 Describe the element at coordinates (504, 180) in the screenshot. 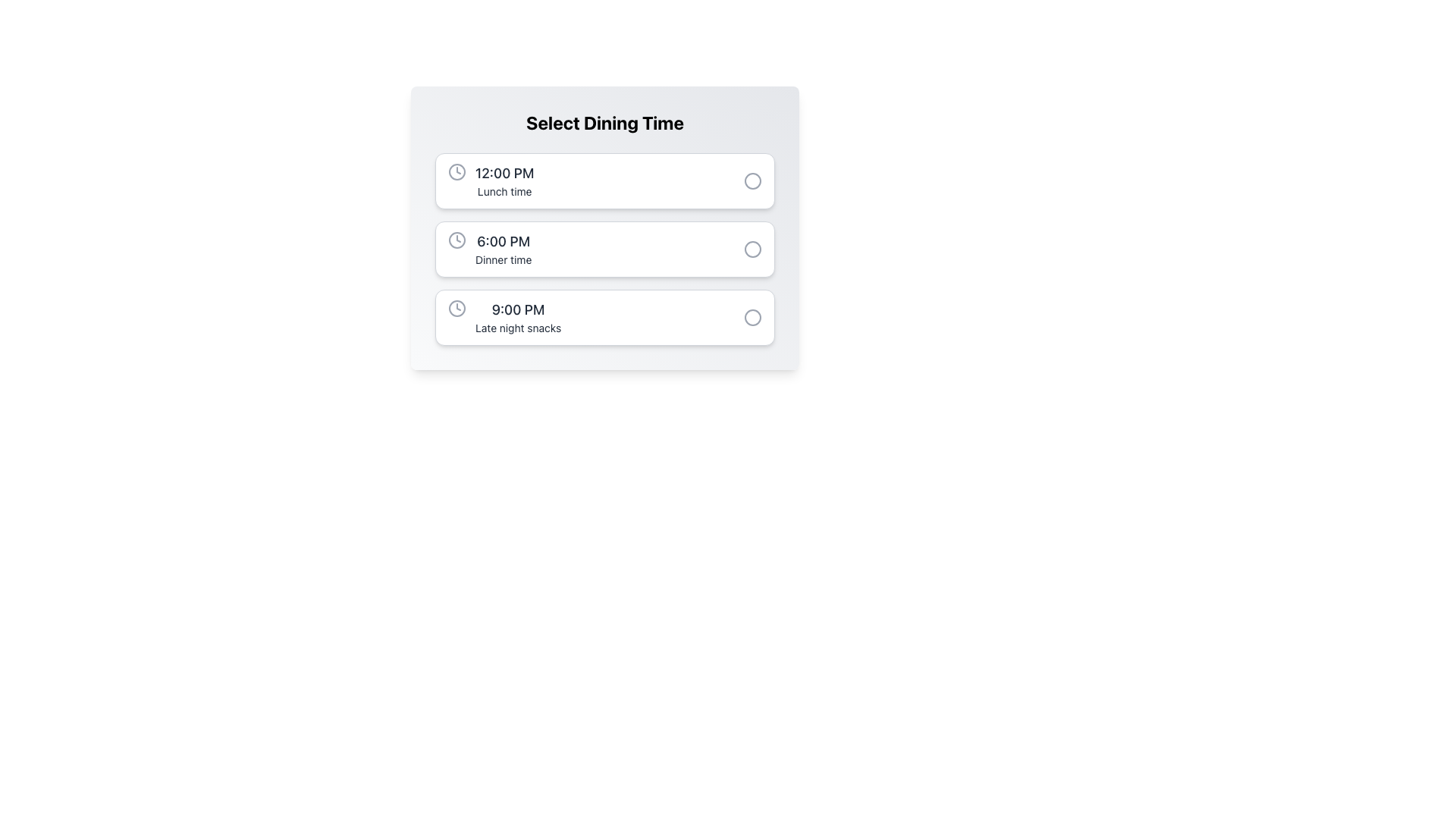

I see `the Text Label displaying '12:00 PM' and 'Lunch time'` at that location.